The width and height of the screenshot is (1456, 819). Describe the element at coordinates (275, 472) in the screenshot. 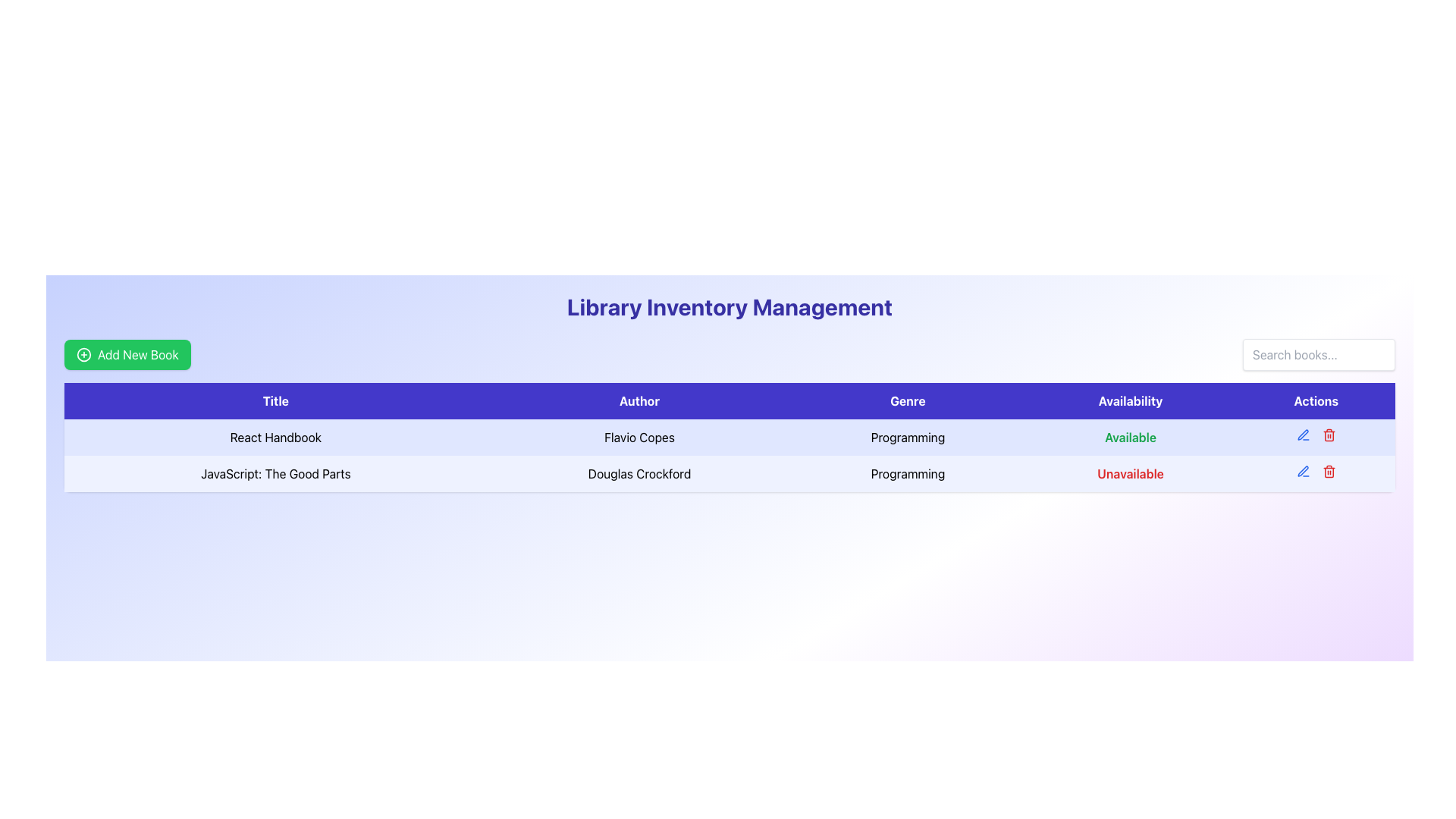

I see `the text label that serves as the title of the book in the second row of the inventory table, located in the first cell under the 'Title' column` at that location.